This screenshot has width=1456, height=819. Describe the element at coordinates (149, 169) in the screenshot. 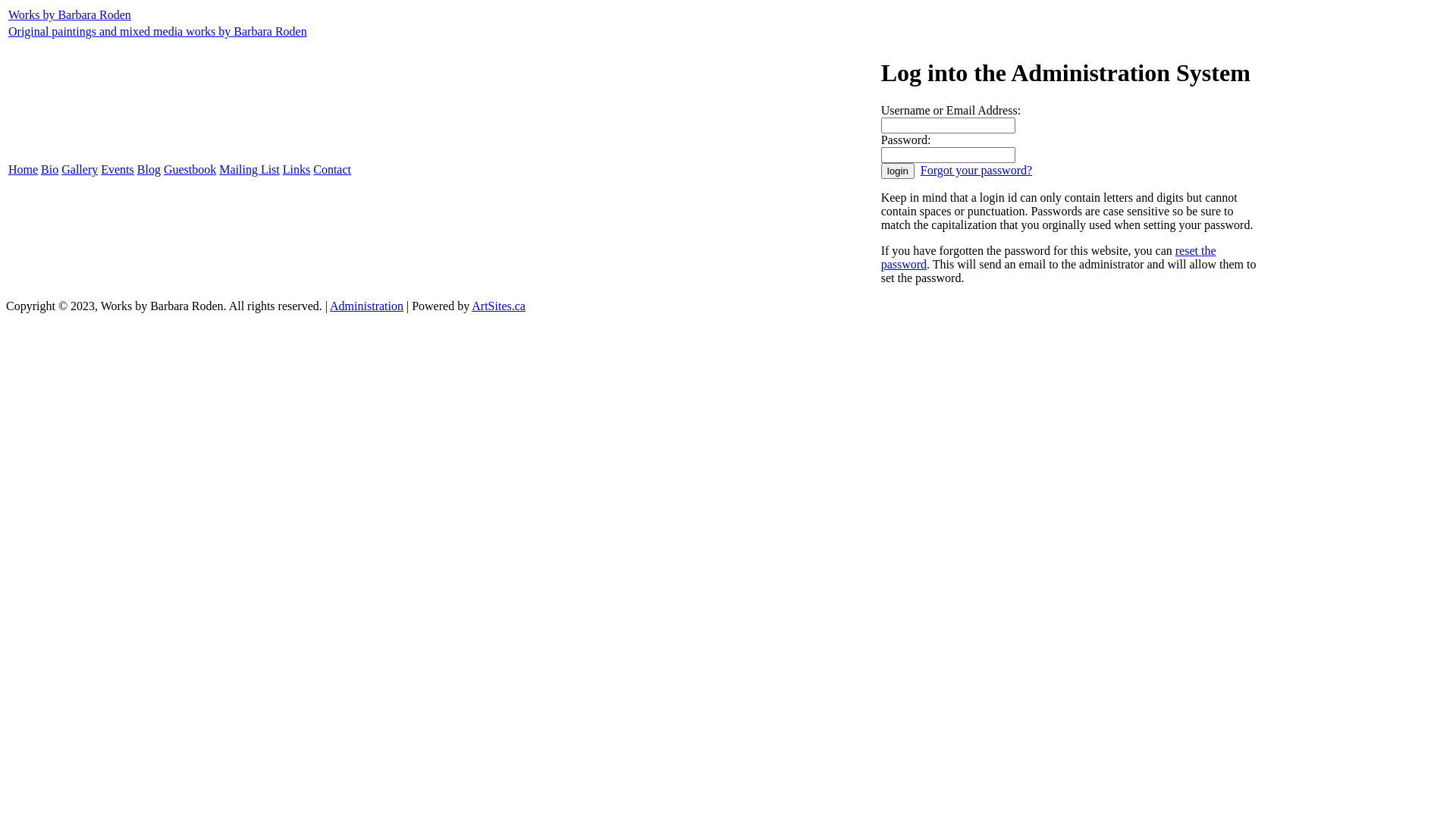

I see `'Blog'` at that location.